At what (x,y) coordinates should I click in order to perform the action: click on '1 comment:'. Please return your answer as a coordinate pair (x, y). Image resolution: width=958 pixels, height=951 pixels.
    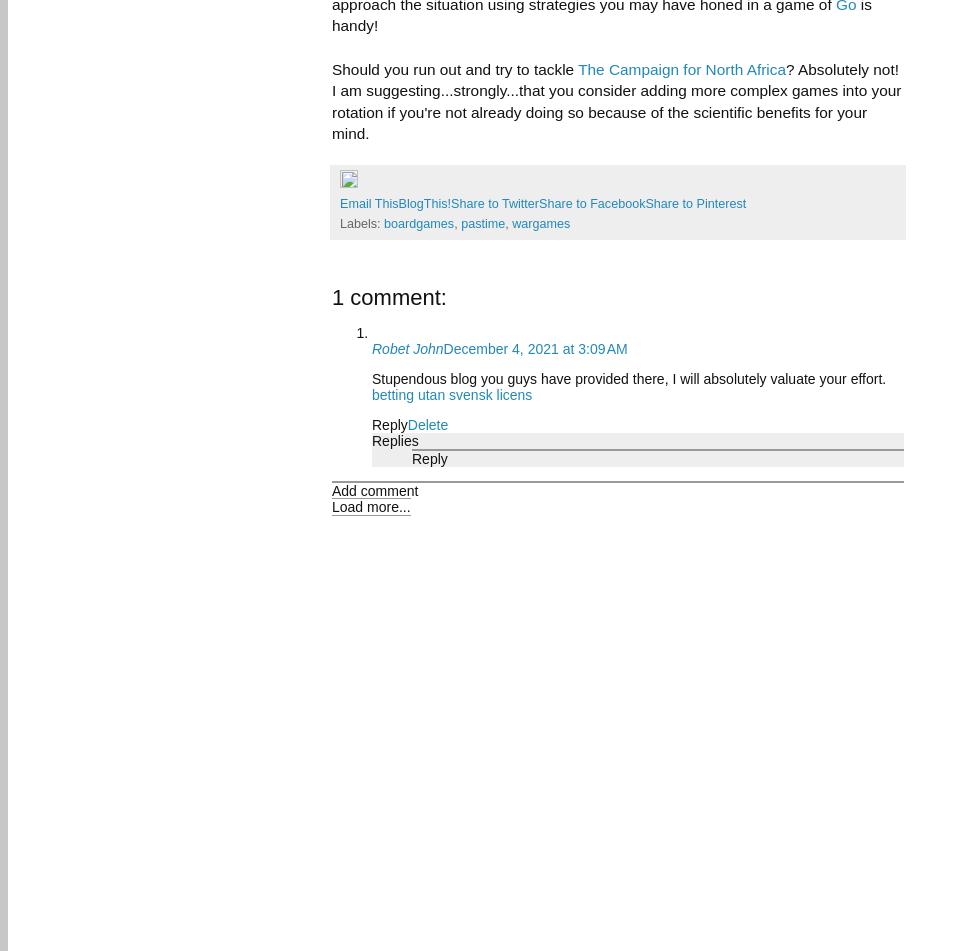
    Looking at the image, I should click on (331, 297).